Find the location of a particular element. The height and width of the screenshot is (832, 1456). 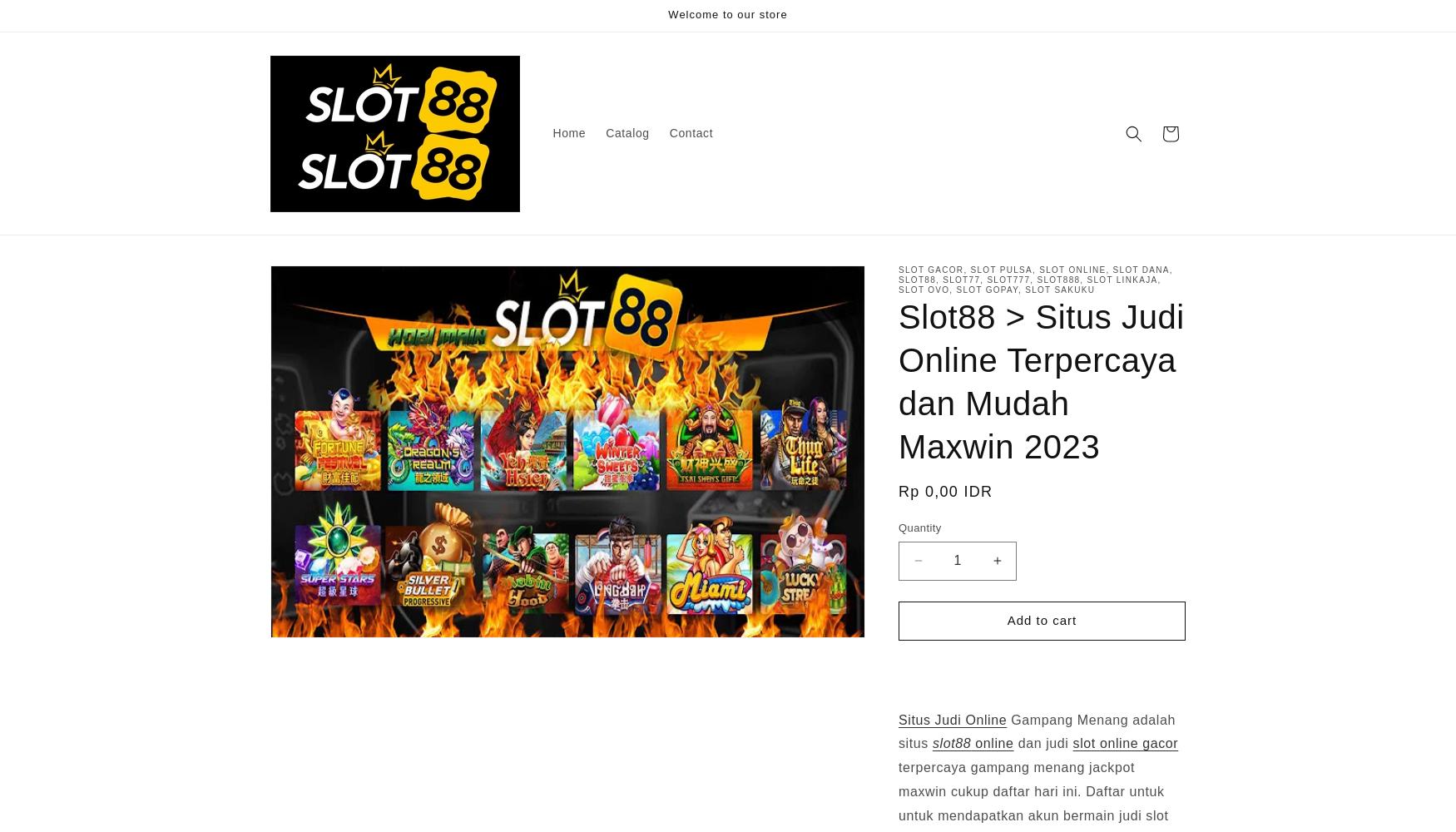

'Catalog' is located at coordinates (626, 133).